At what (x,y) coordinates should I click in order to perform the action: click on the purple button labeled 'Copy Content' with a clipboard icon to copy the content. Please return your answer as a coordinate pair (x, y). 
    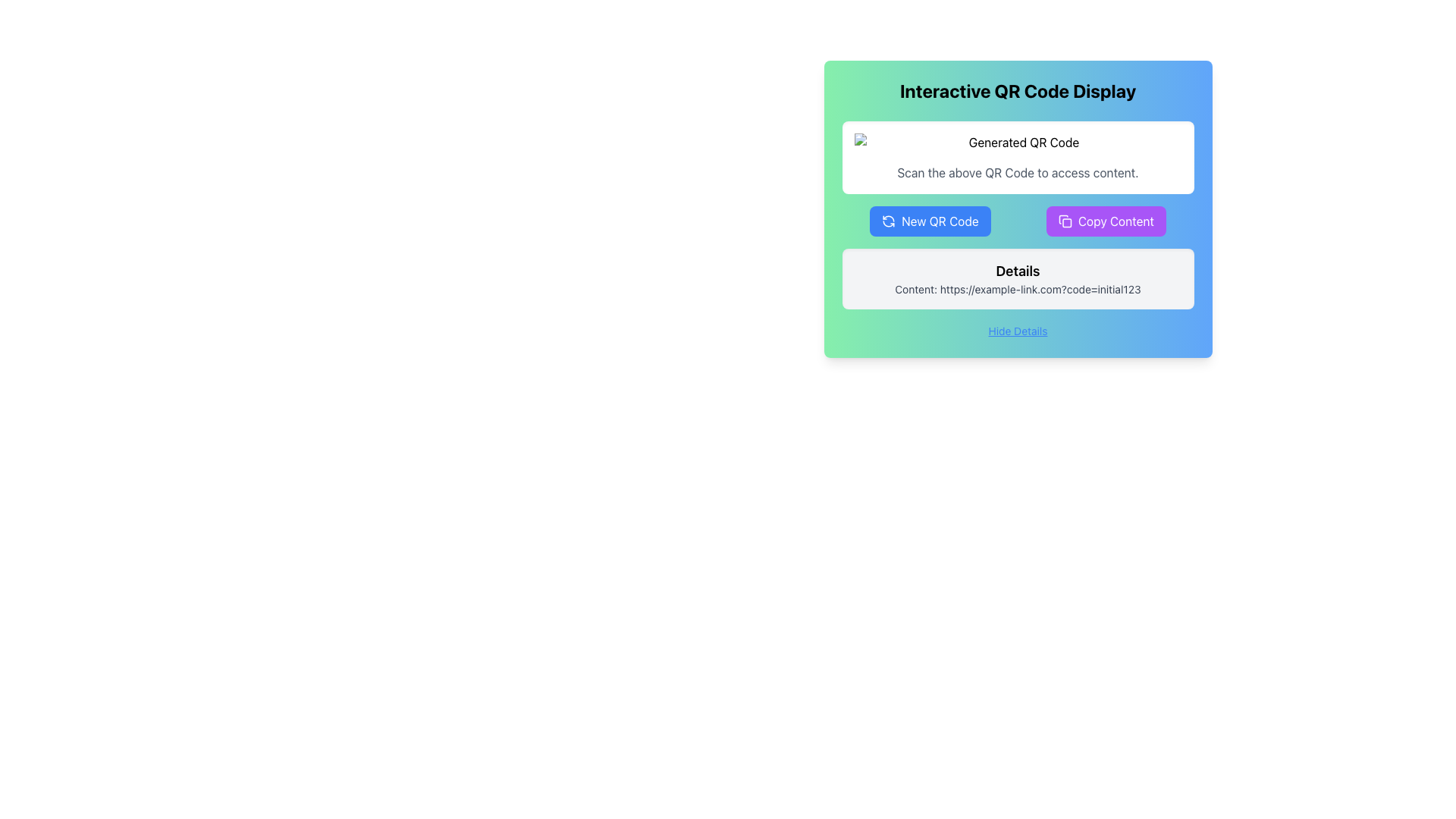
    Looking at the image, I should click on (1106, 221).